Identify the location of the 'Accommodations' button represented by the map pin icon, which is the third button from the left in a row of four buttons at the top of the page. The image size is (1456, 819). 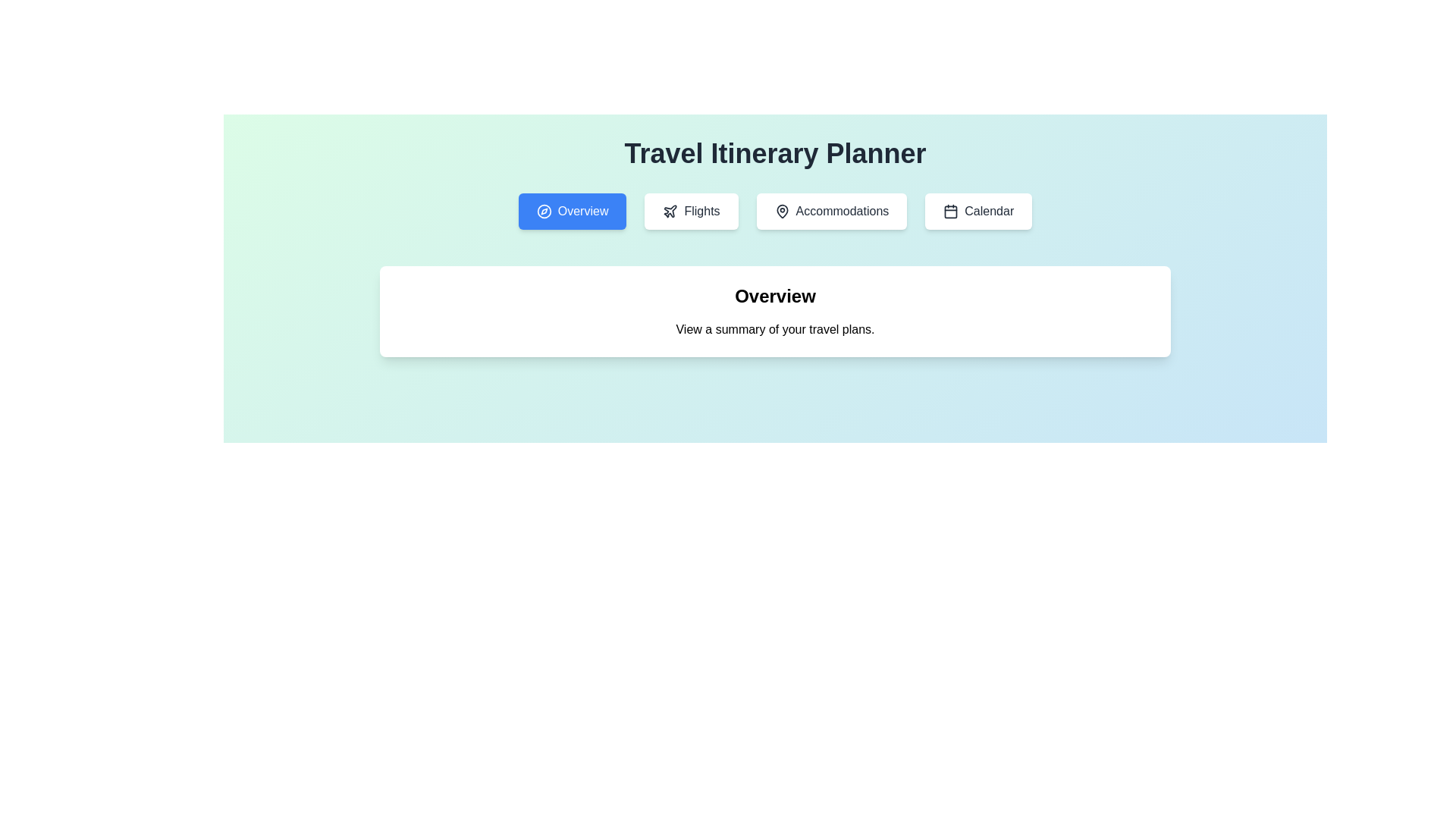
(782, 211).